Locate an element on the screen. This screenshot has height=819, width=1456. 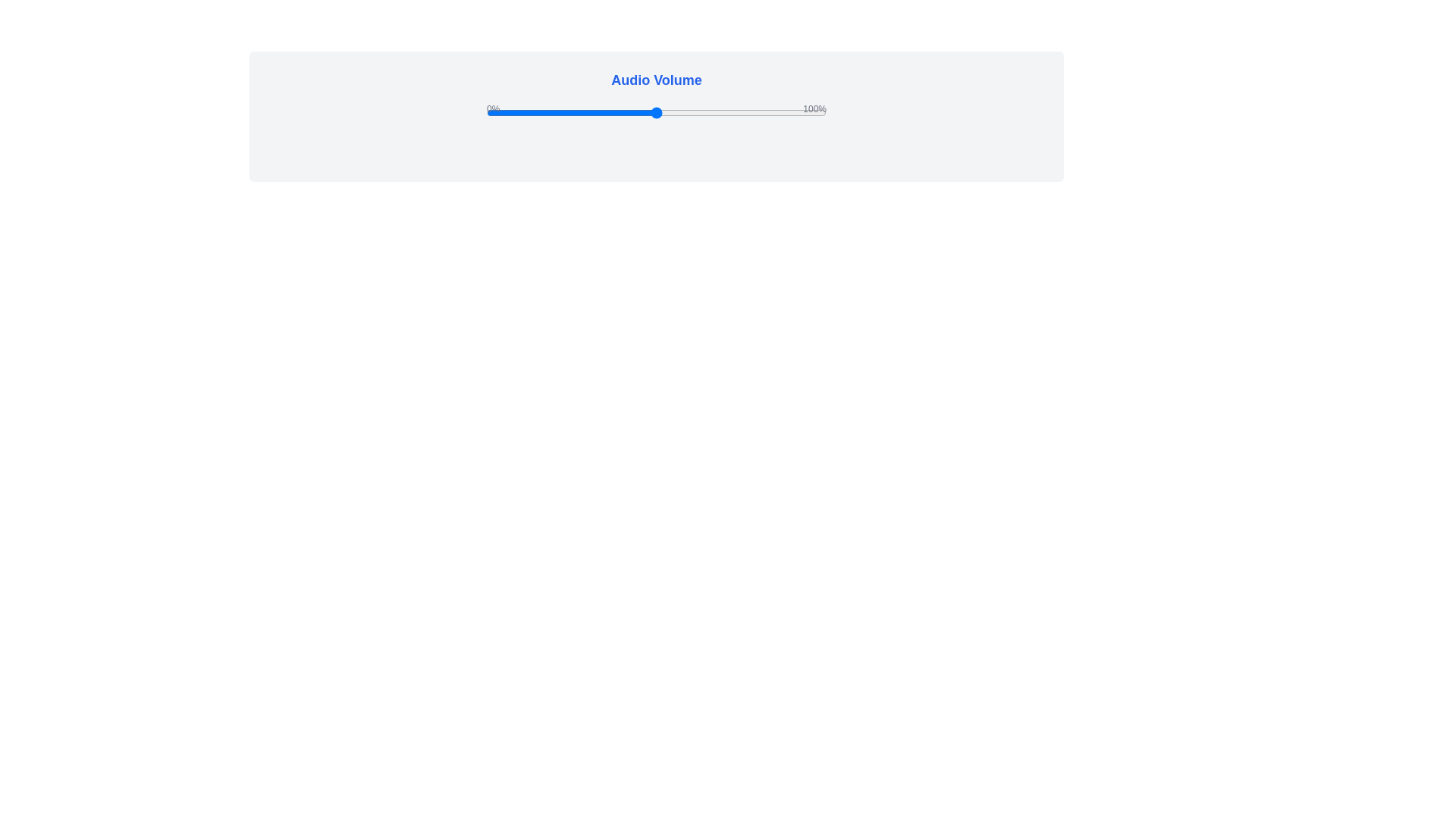
the audio volume is located at coordinates (632, 112).